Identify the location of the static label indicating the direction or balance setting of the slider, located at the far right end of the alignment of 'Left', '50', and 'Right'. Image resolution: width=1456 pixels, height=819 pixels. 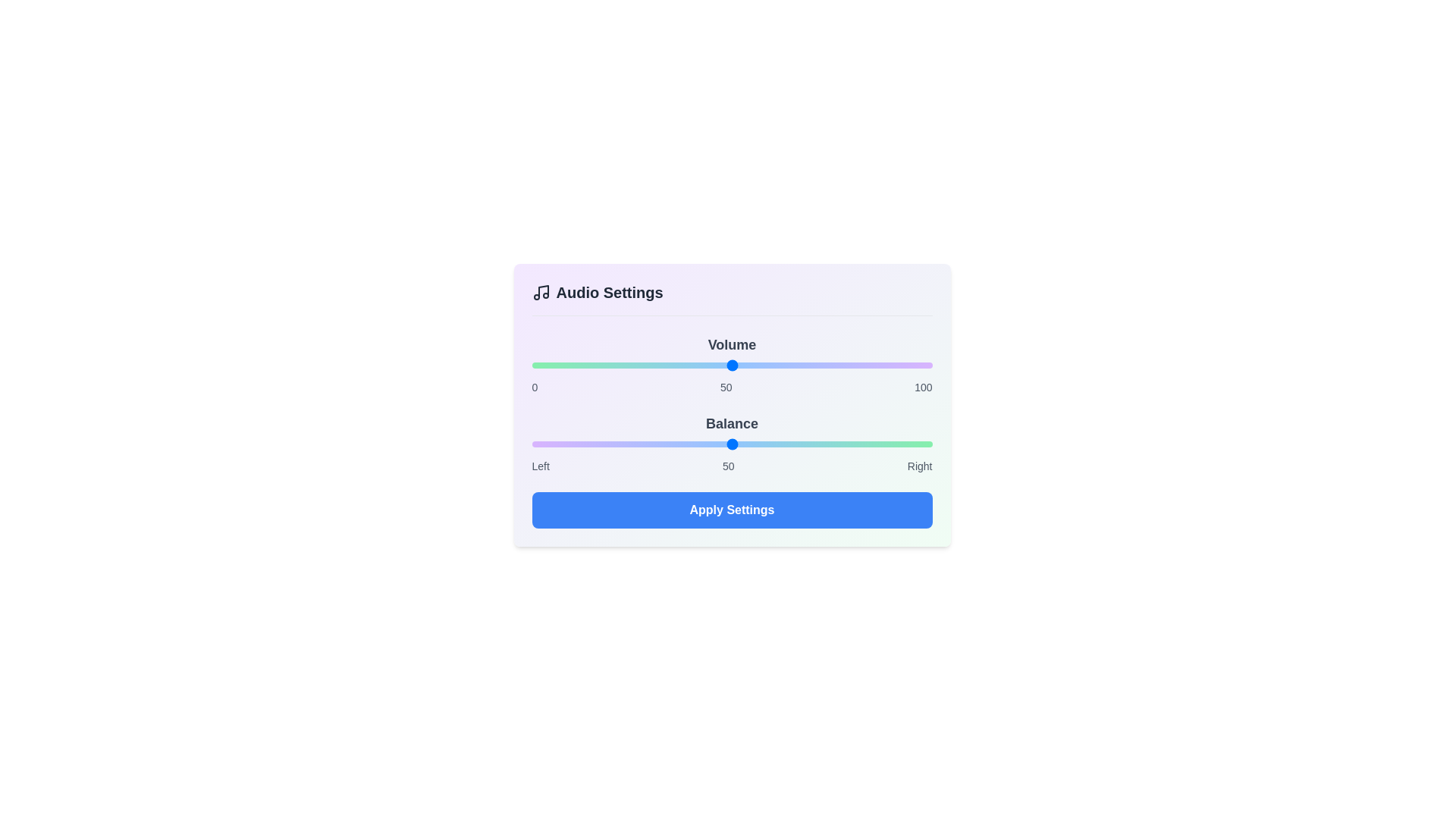
(919, 465).